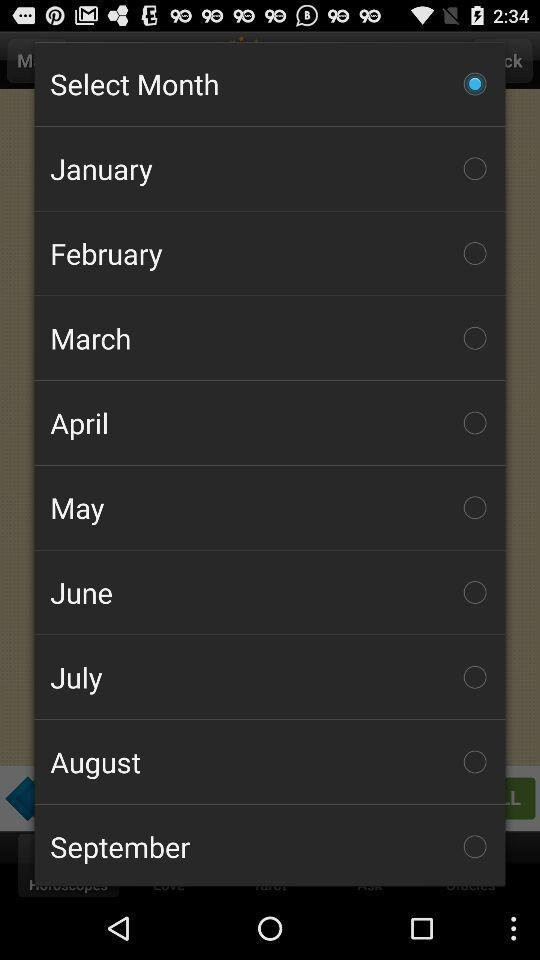 The width and height of the screenshot is (540, 960). Describe the element at coordinates (270, 506) in the screenshot. I see `the item below april item` at that location.